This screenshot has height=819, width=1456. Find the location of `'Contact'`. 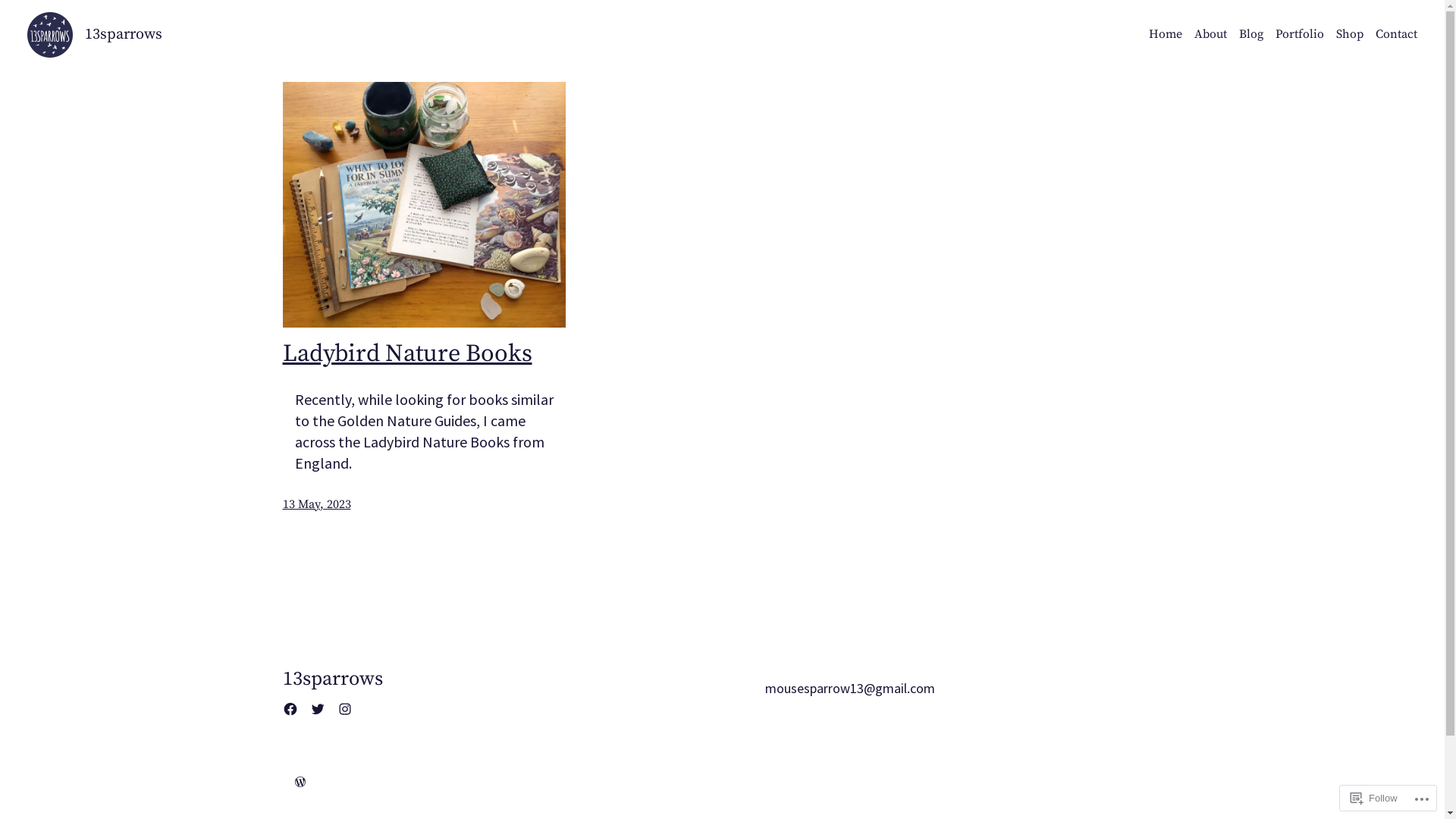

'Contact' is located at coordinates (1395, 34).